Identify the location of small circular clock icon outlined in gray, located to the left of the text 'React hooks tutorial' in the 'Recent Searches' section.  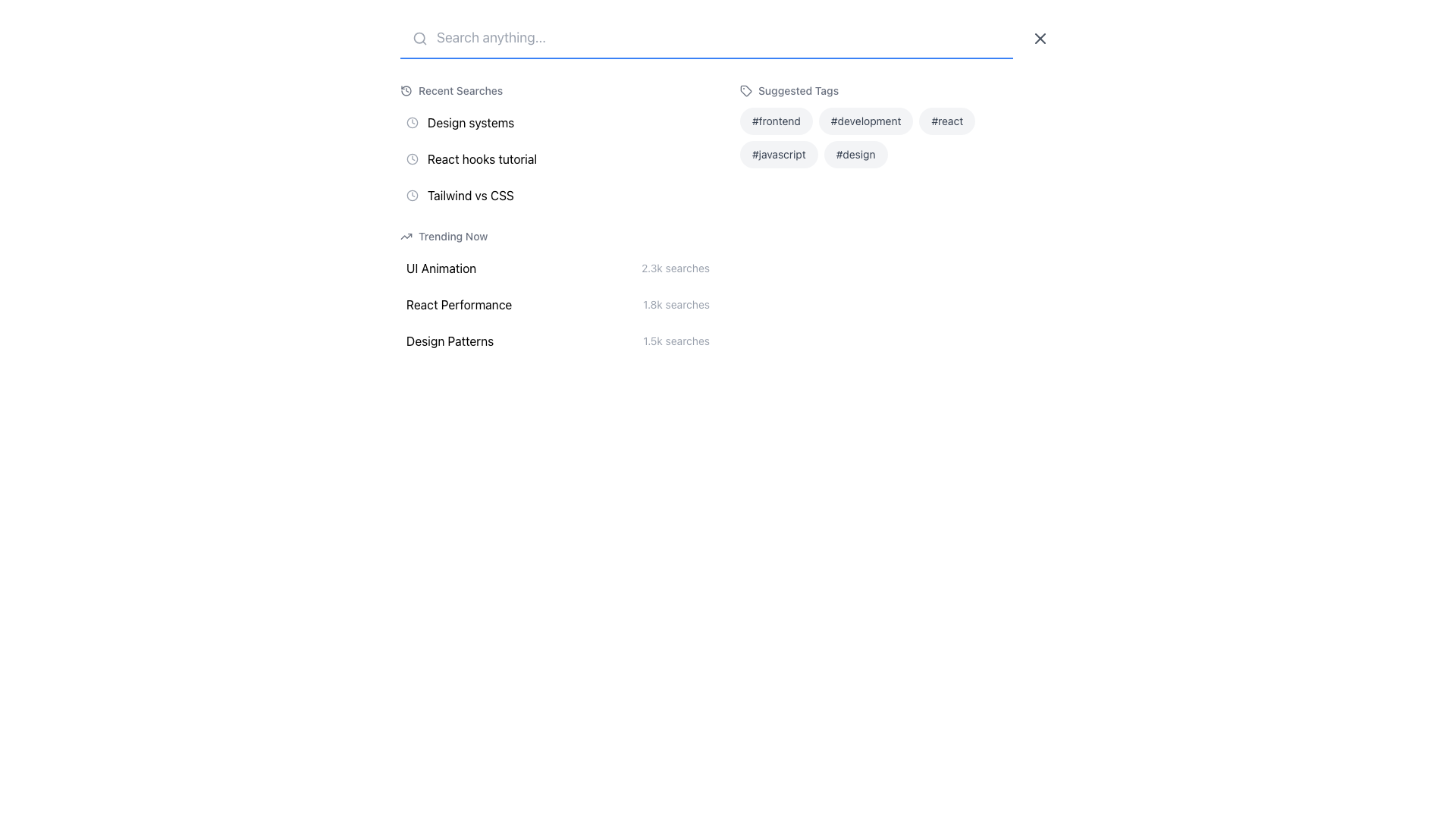
(412, 158).